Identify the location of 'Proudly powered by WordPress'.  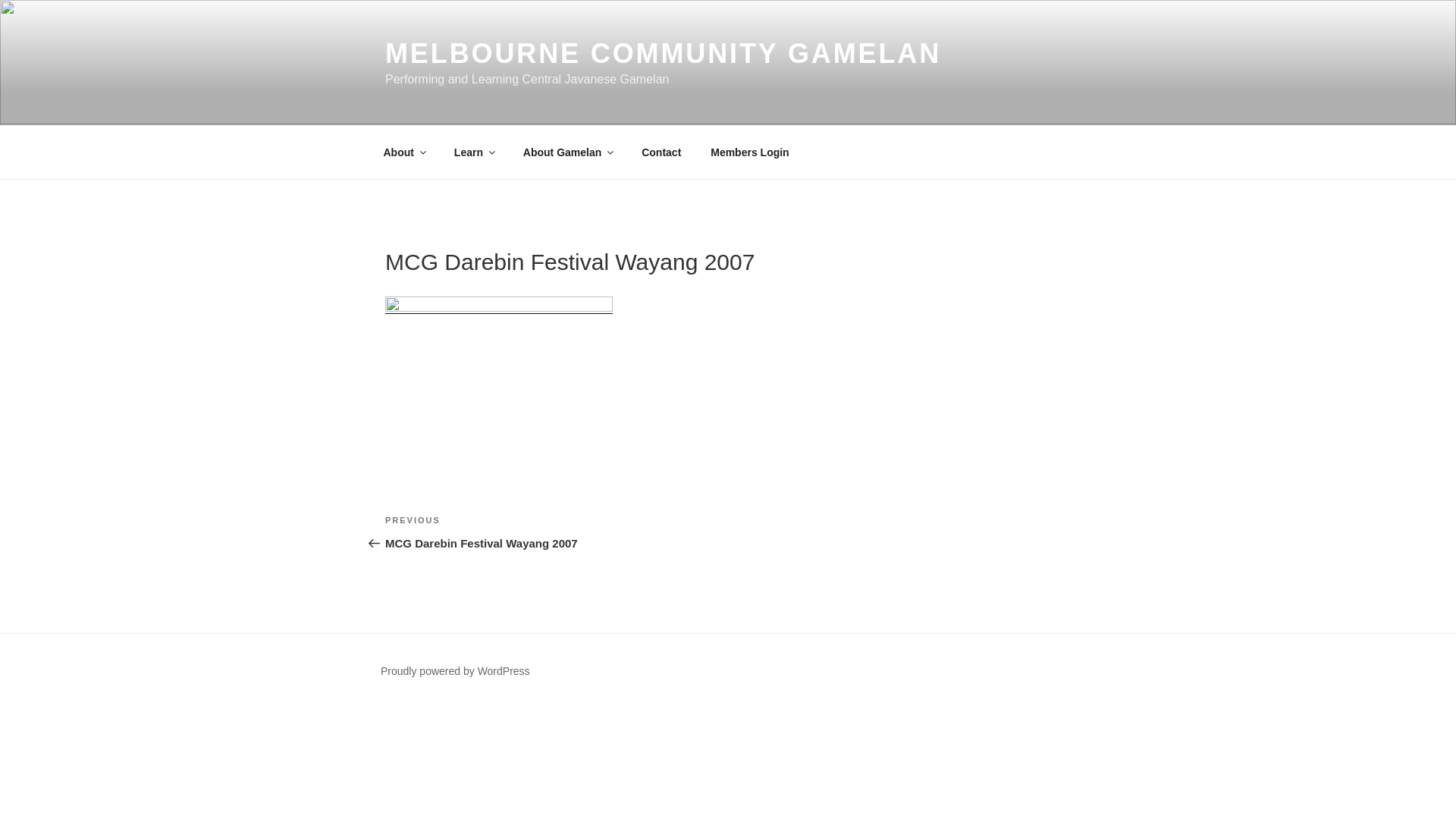
(454, 670).